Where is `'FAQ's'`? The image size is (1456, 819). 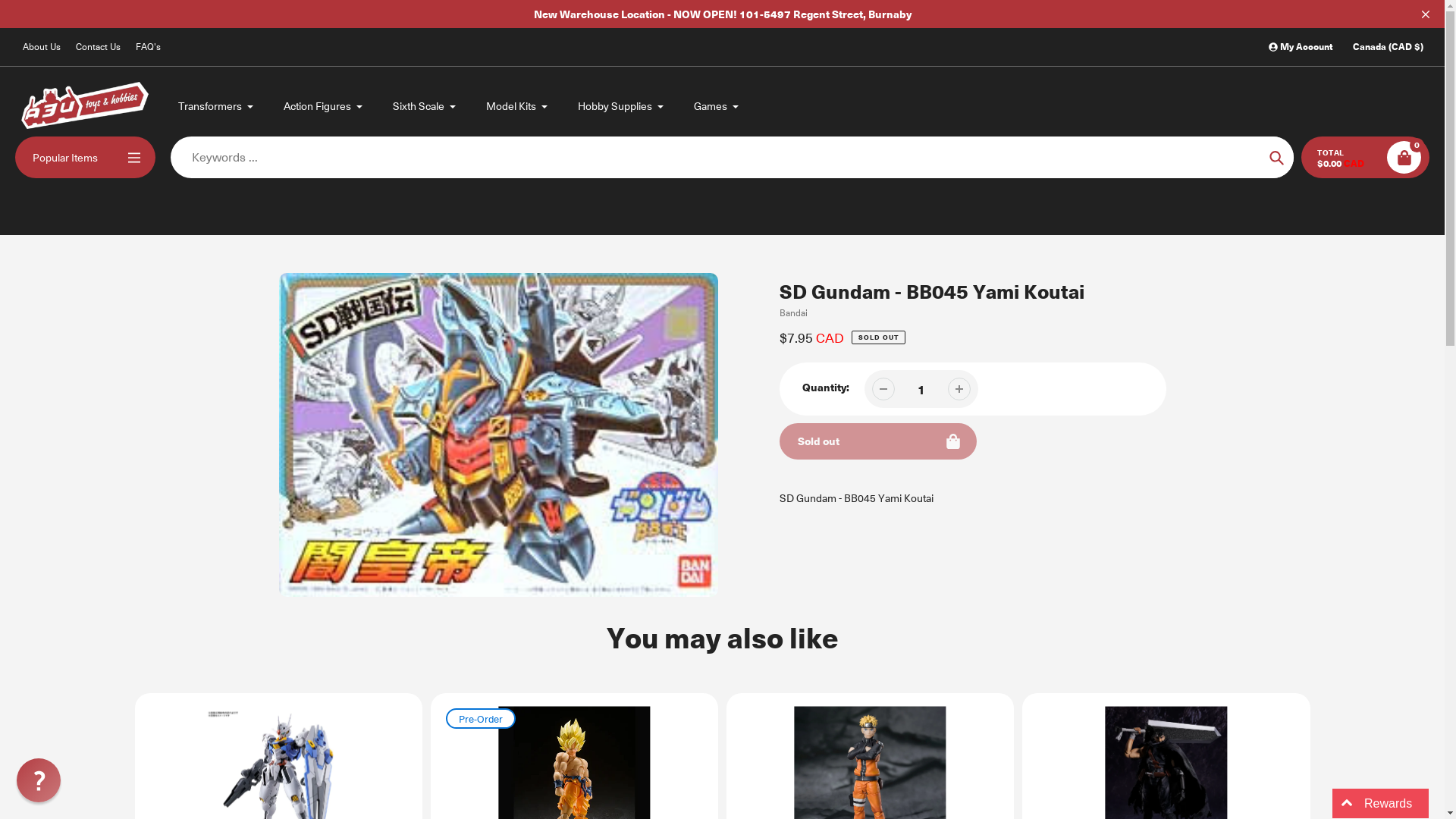
'FAQ's' is located at coordinates (148, 45).